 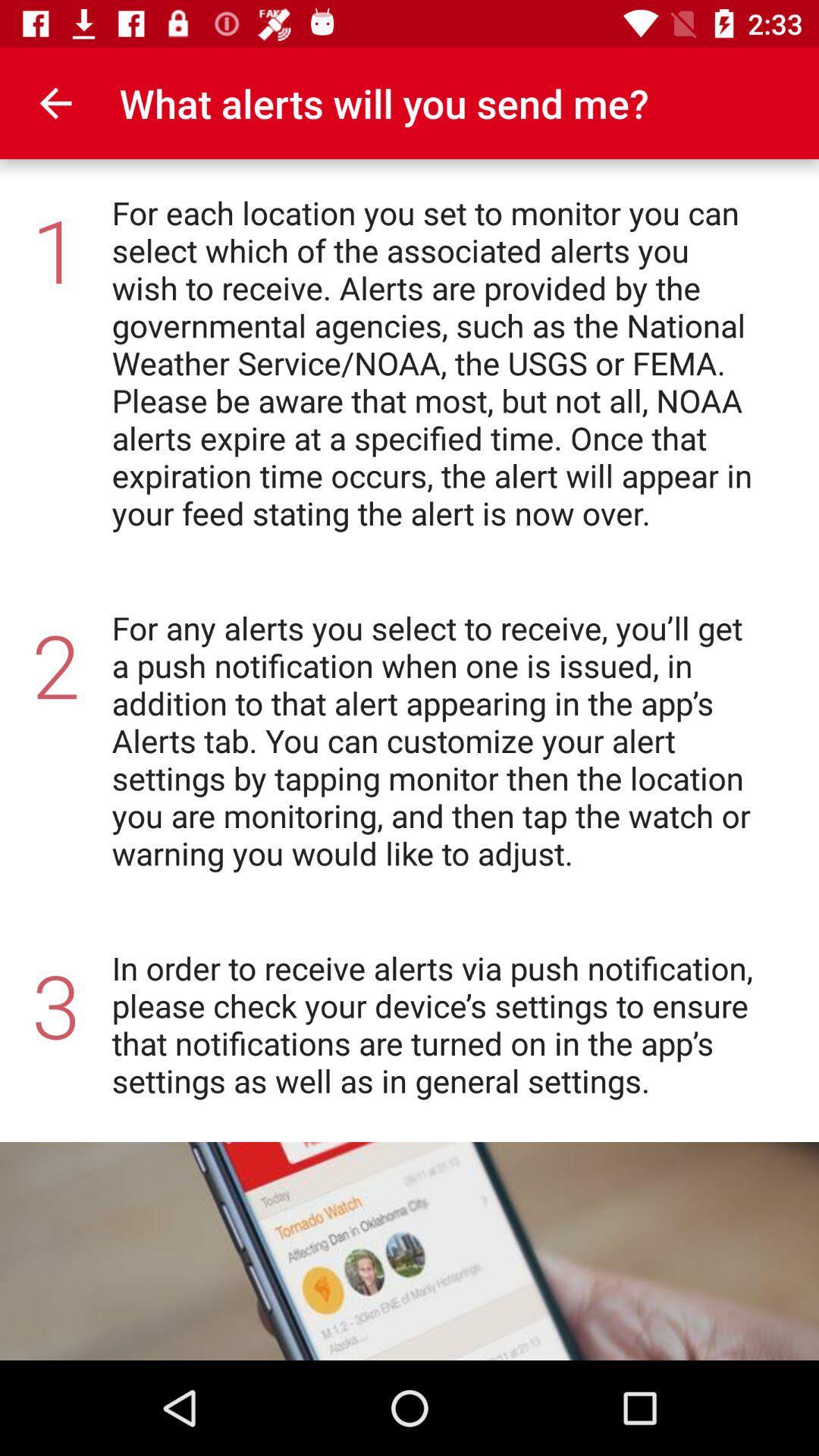 What do you see at coordinates (55, 102) in the screenshot?
I see `item above the 1 item` at bounding box center [55, 102].